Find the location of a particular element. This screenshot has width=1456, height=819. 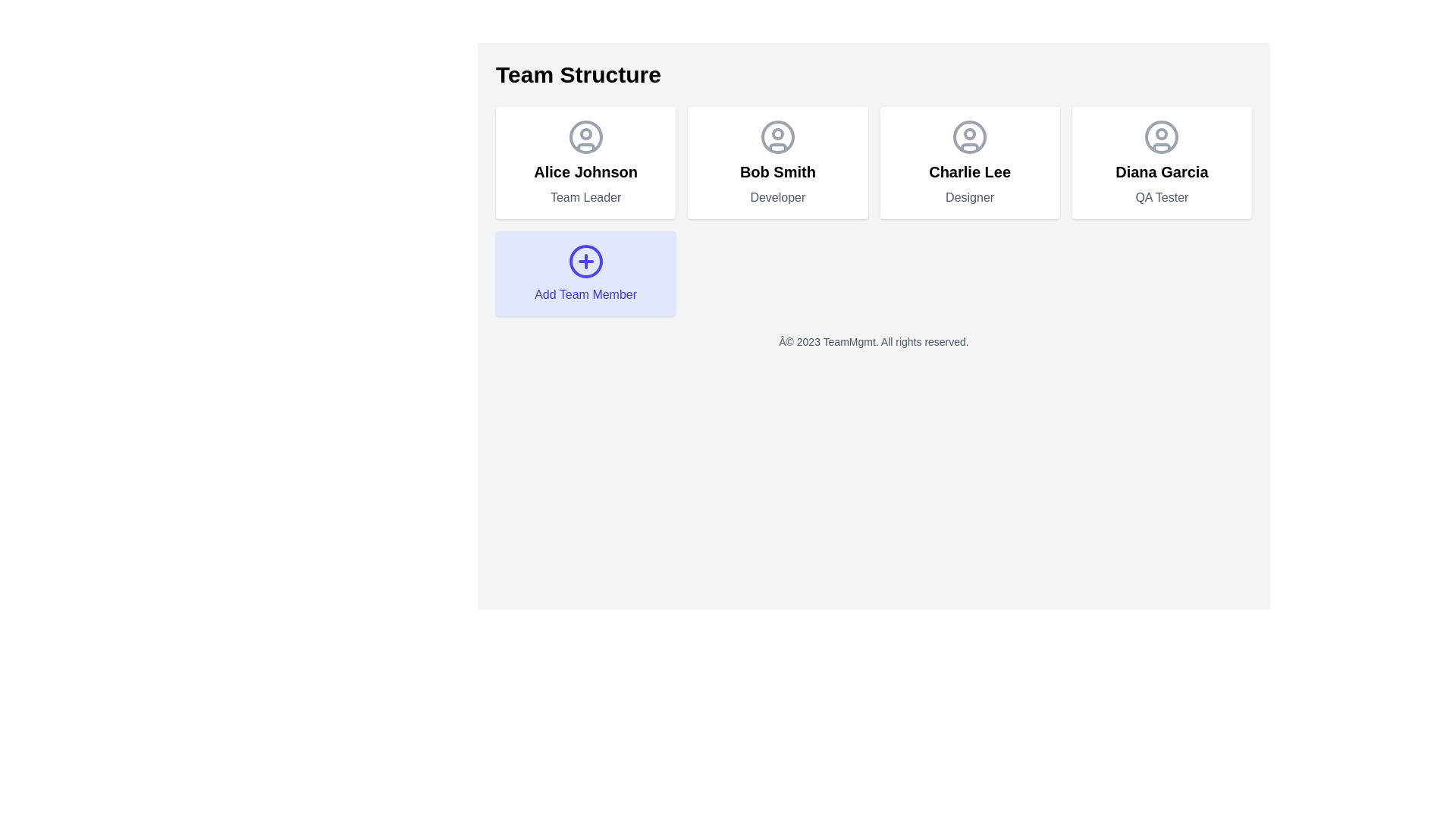

the icon representing the torso of the person in Bob Smith's profile, which is the third element within the SVG icon near the second box from the left is located at coordinates (777, 147).